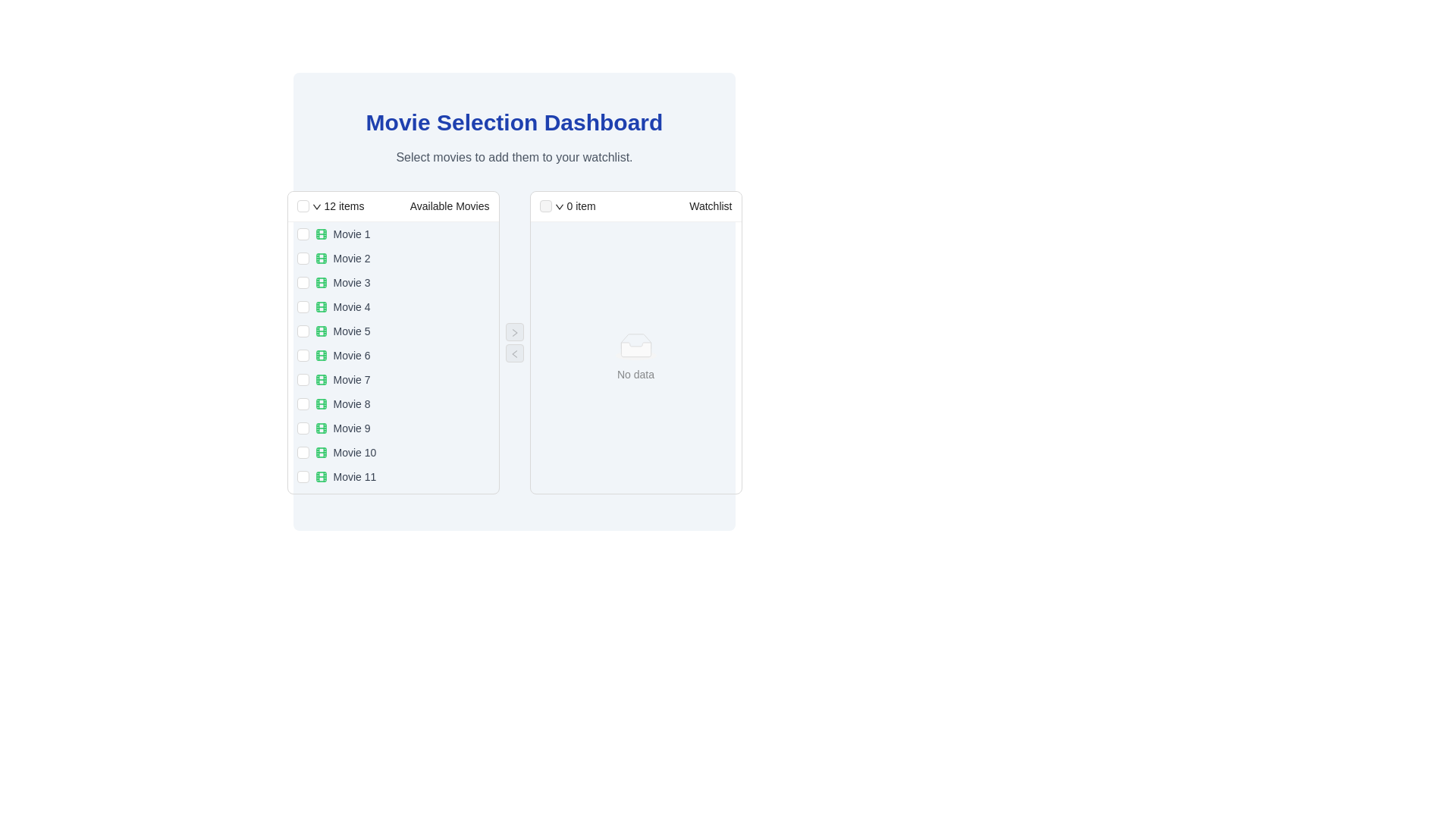 This screenshot has width=1456, height=819. Describe the element at coordinates (402, 403) in the screenshot. I see `the checkbox adjacent to the list item displaying 'Movie 8' in the 'Available Movies' section` at that location.